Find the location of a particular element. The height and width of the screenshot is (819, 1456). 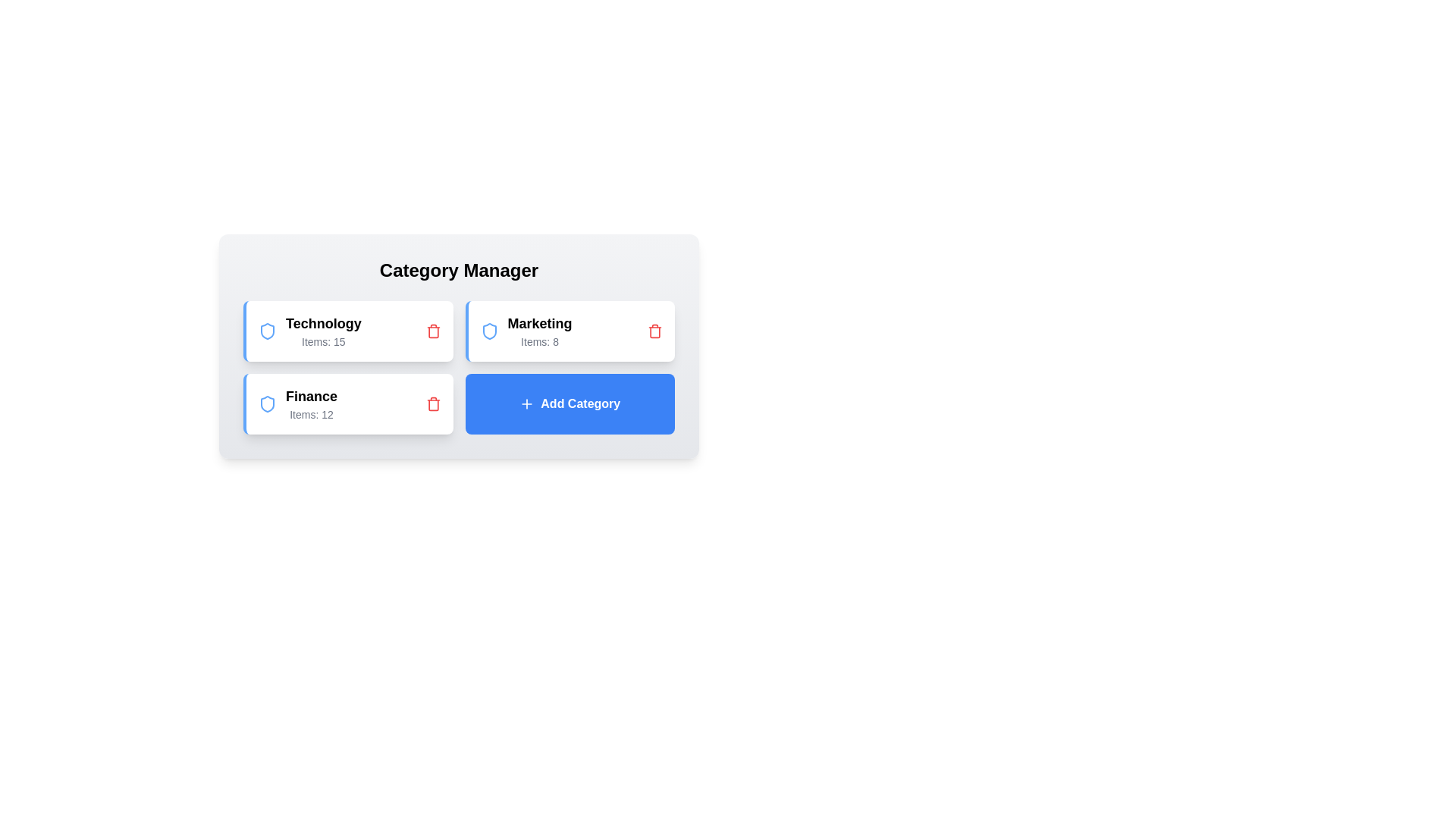

the category by clicking the trash icon for Marketing is located at coordinates (655, 330).